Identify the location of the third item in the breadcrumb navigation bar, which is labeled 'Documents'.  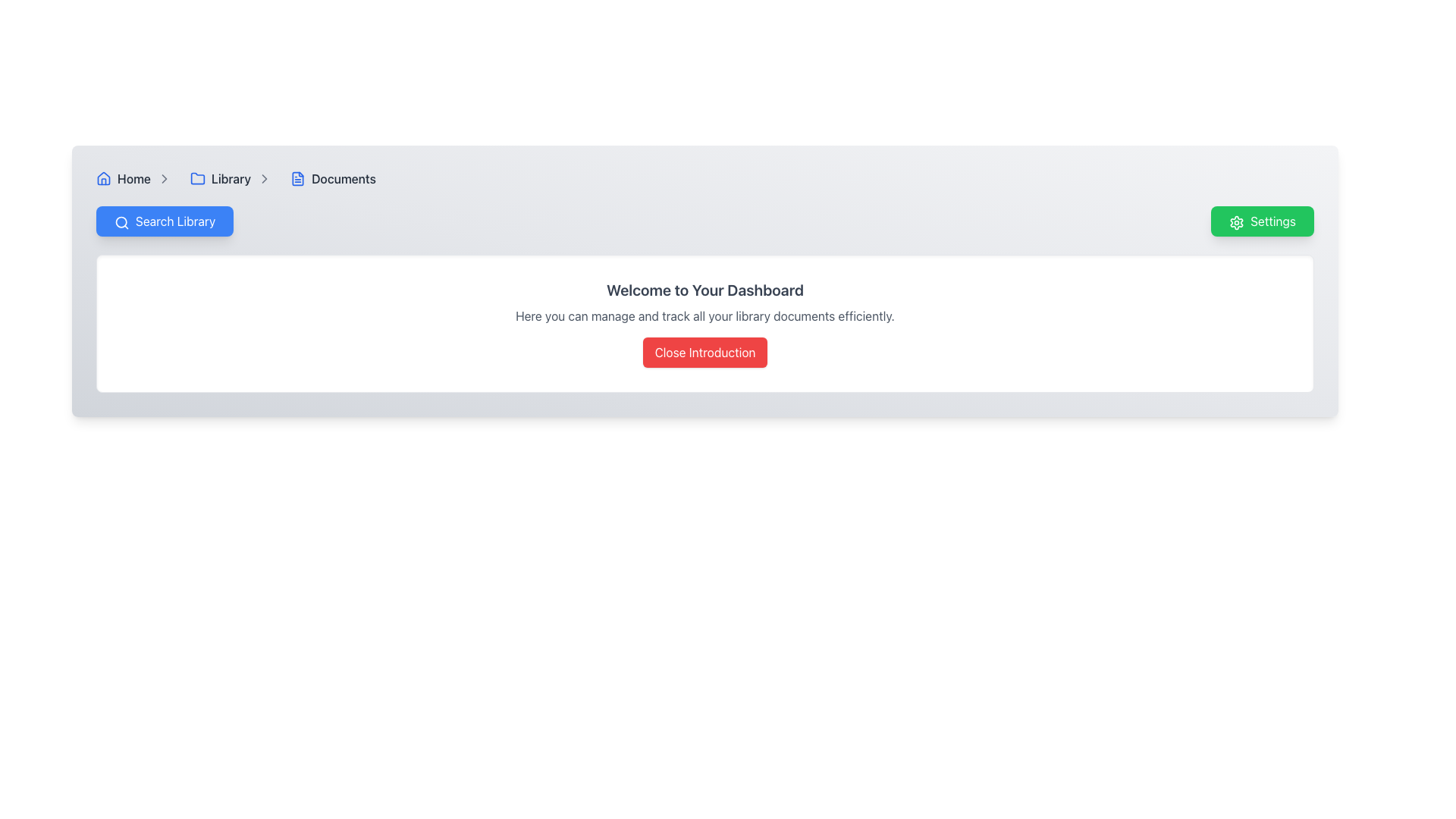
(332, 177).